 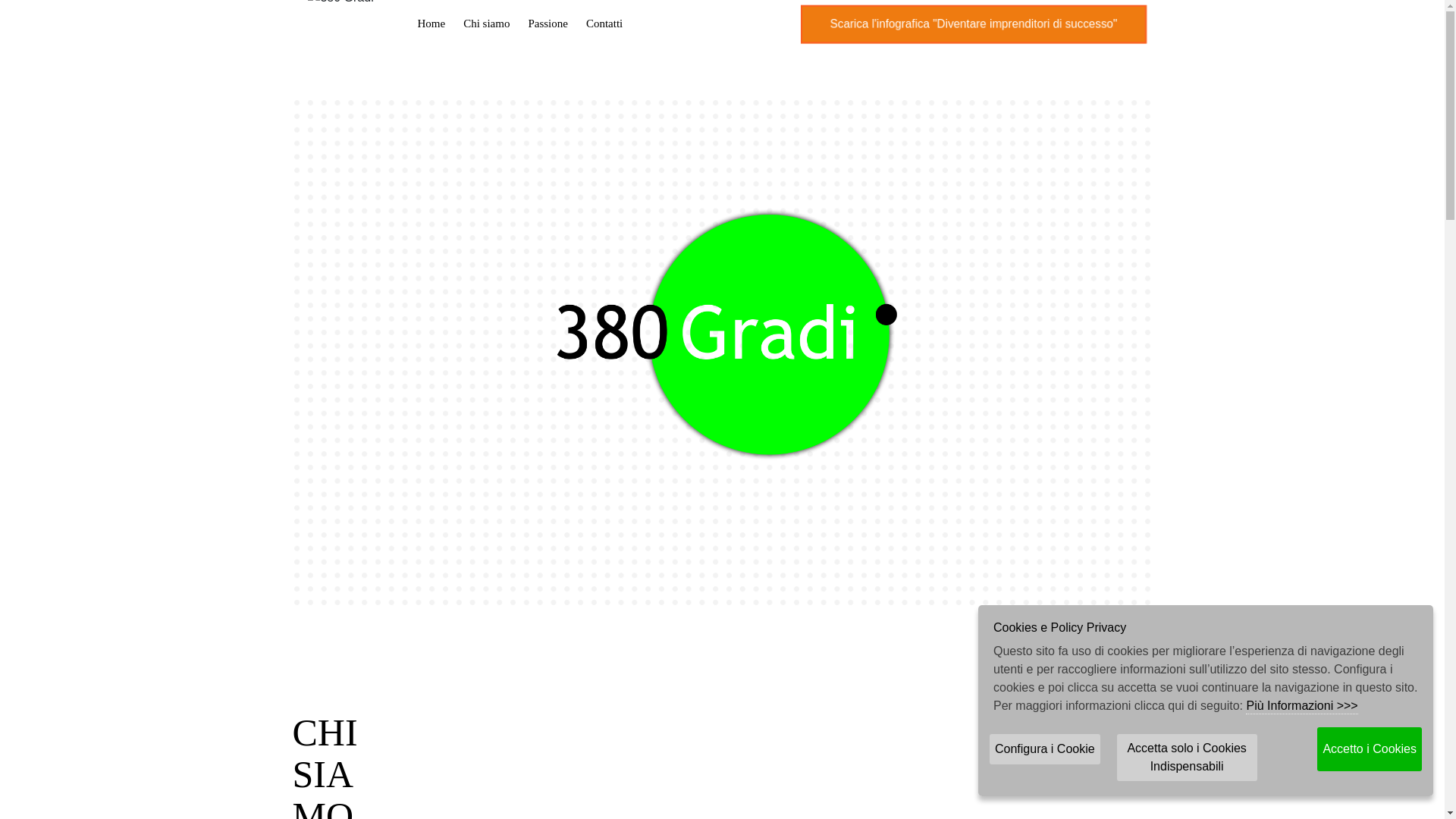 I want to click on 'Accetto i Cookies', so click(x=1369, y=748).